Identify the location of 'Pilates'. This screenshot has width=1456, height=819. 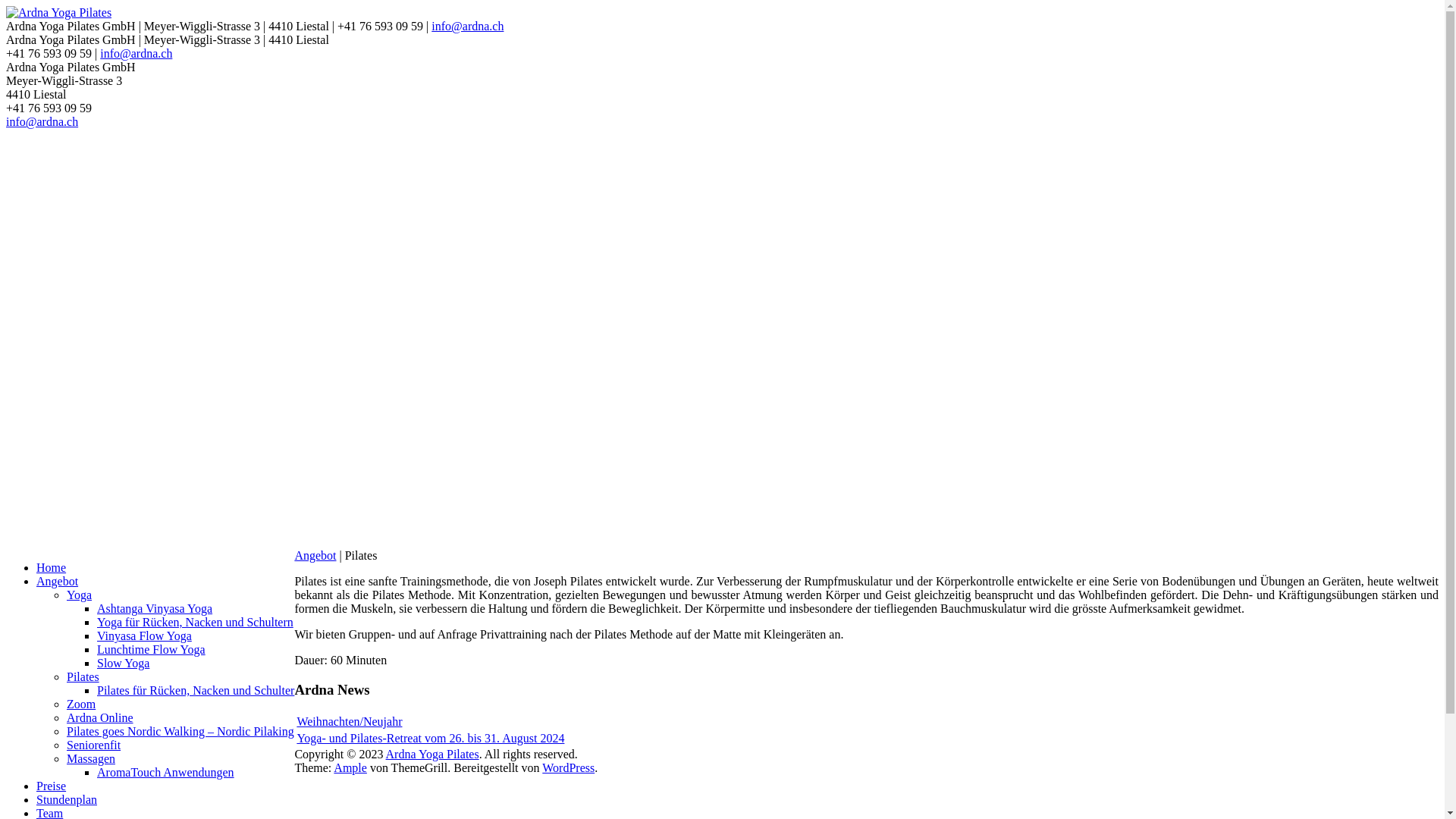
(65, 676).